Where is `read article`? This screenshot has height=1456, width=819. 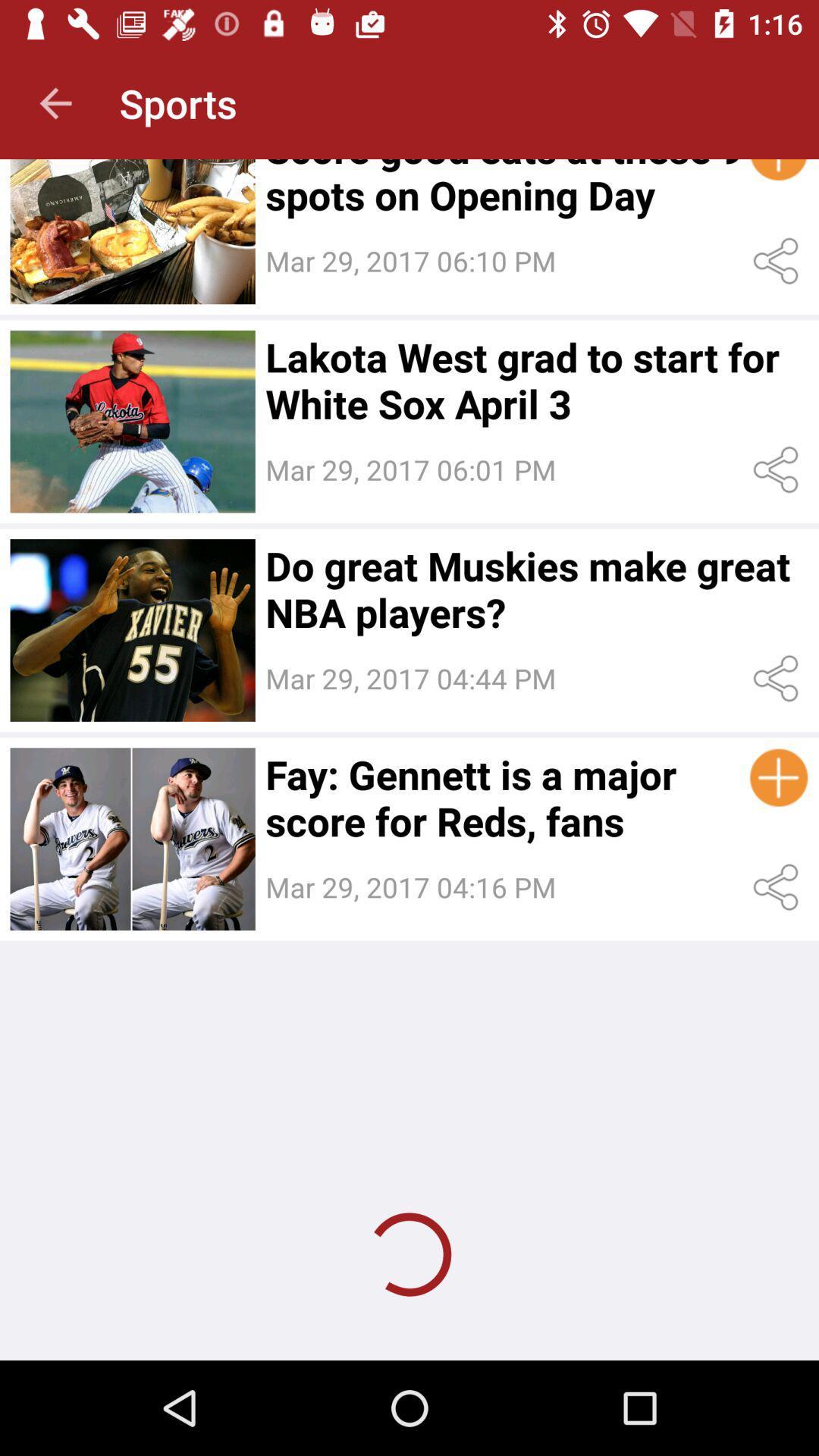
read article is located at coordinates (132, 422).